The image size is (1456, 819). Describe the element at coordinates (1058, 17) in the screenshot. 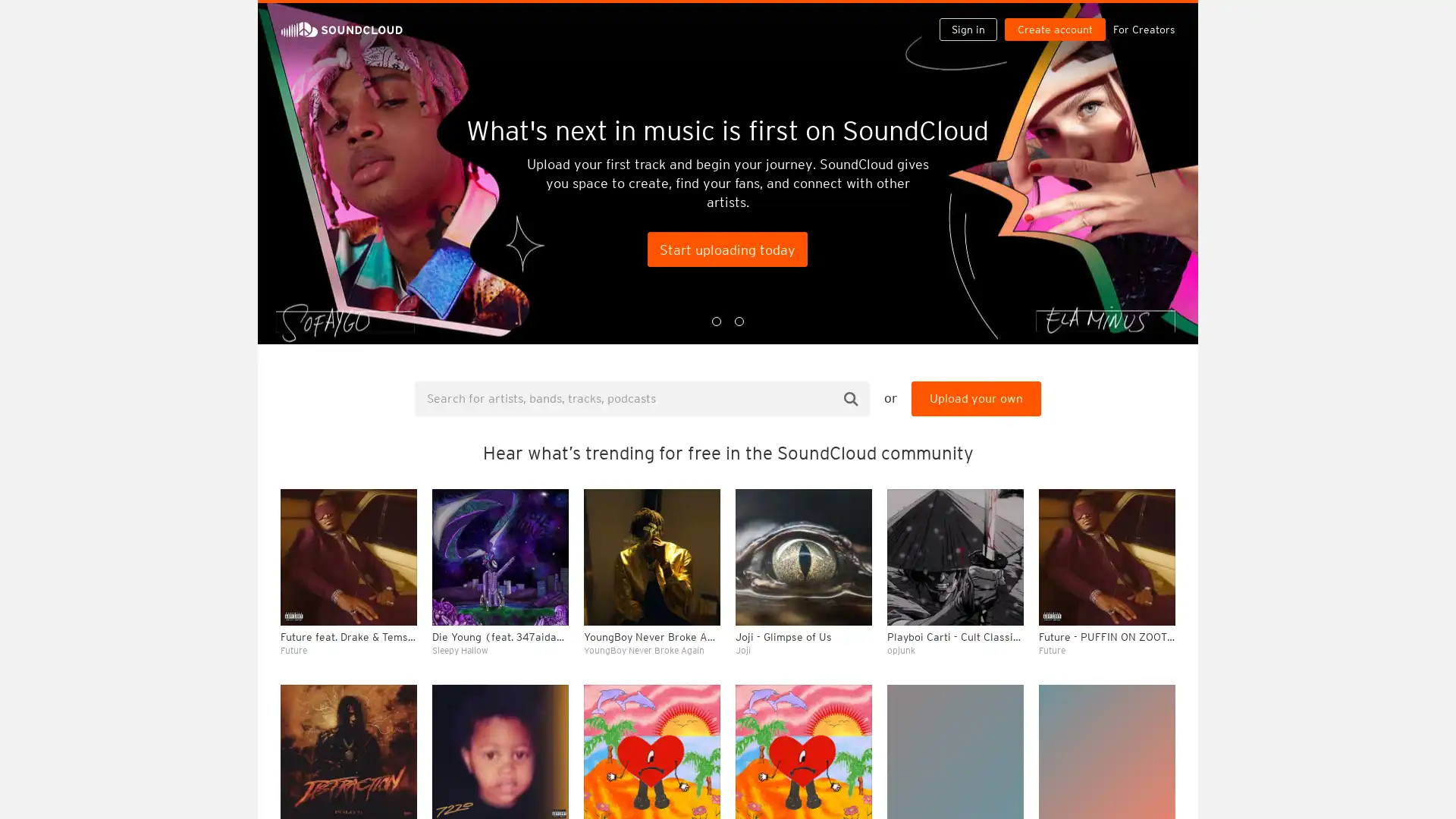

I see `Create a SoundCloud account` at that location.